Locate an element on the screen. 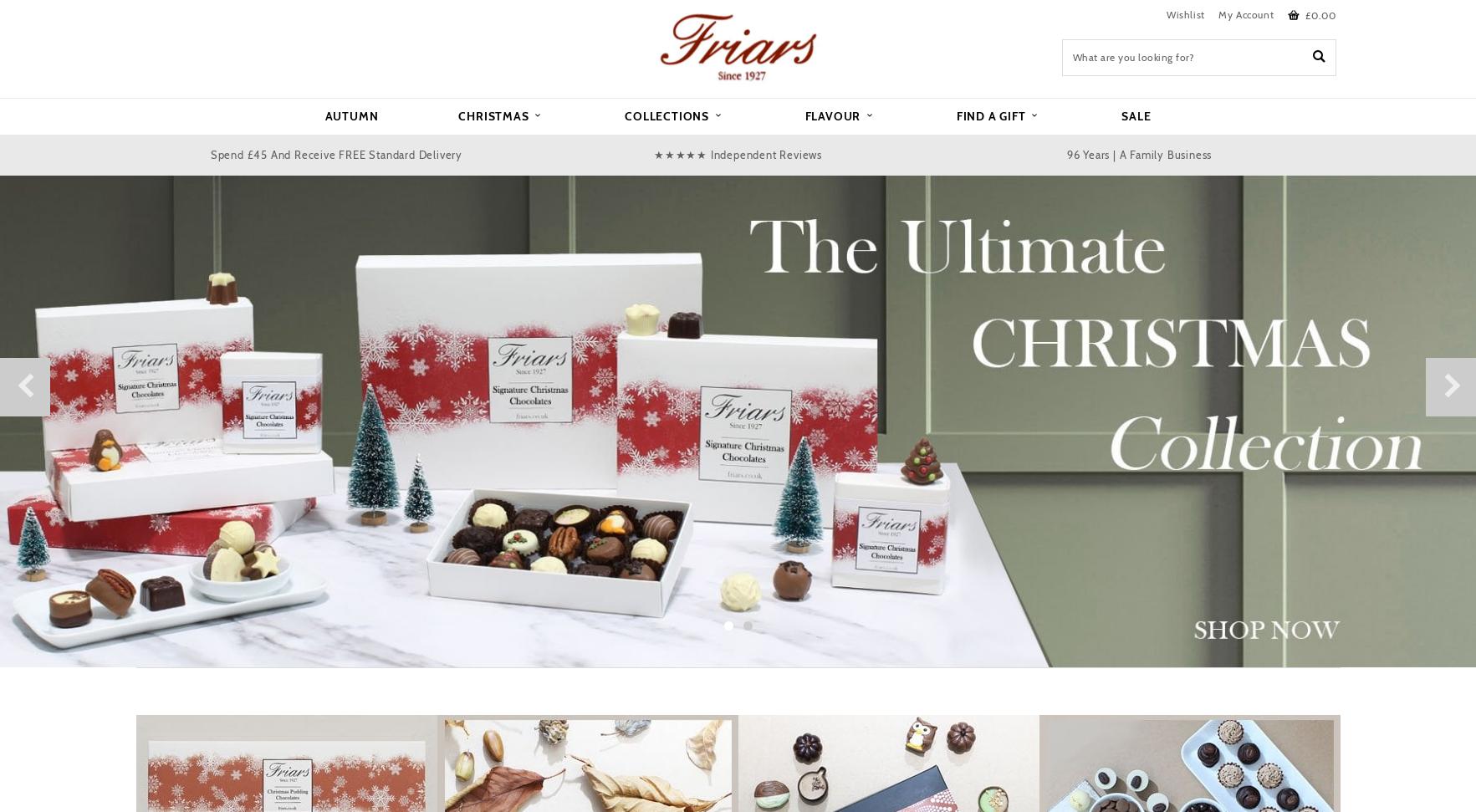  'Liqueur Chocolates' is located at coordinates (263, 192).